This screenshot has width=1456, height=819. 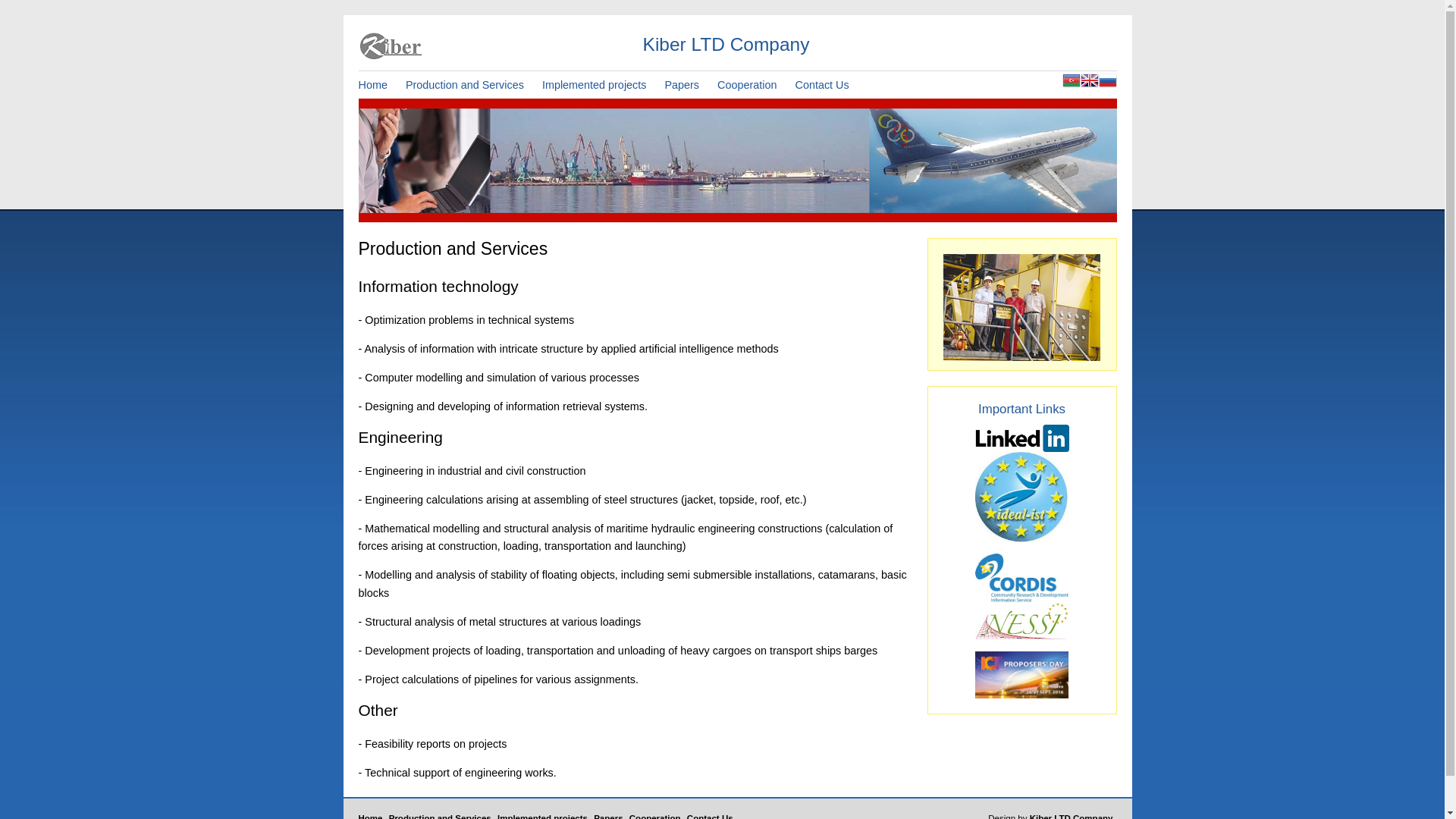 What do you see at coordinates (793, 84) in the screenshot?
I see `'Contact Us'` at bounding box center [793, 84].